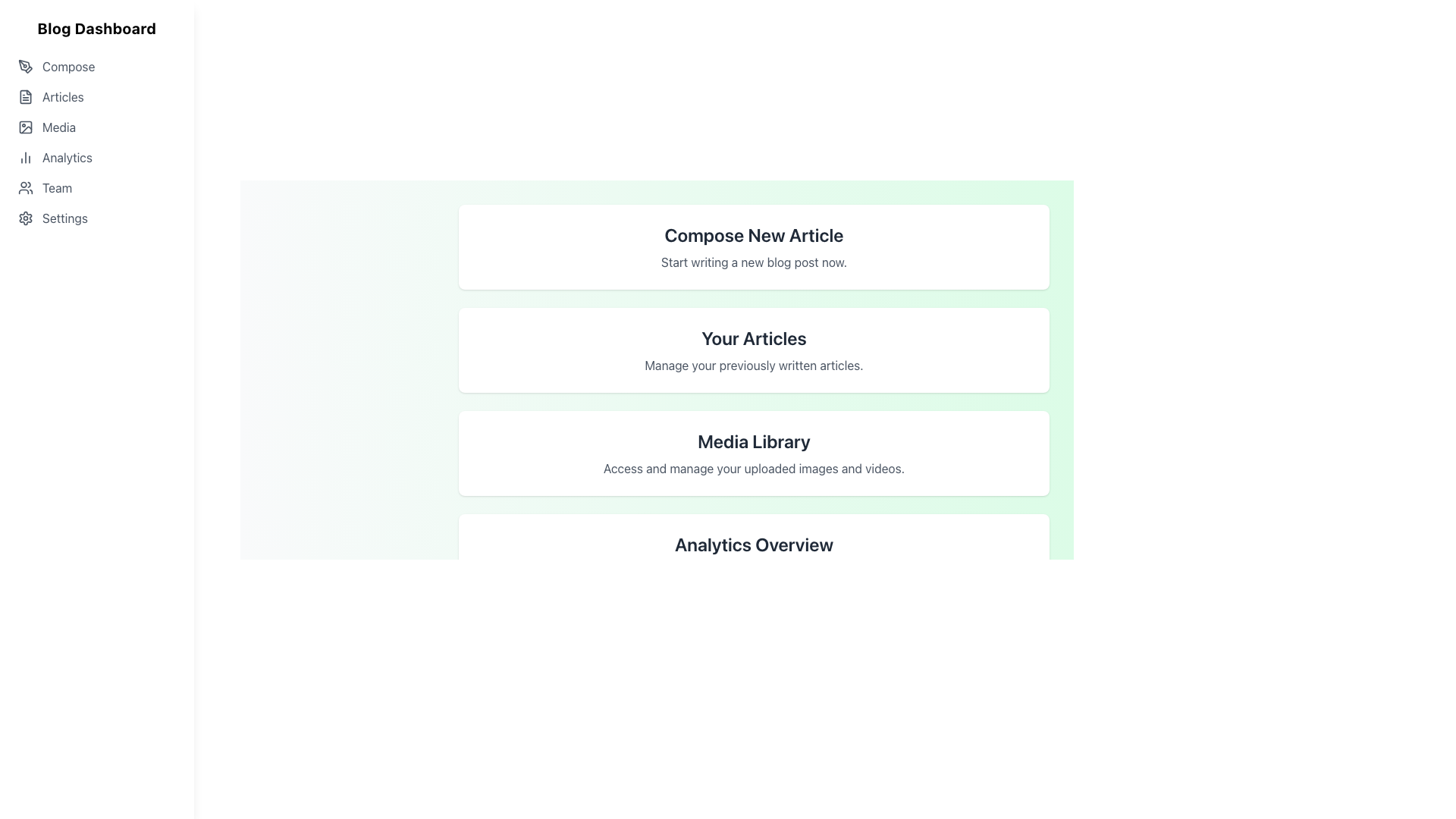  Describe the element at coordinates (754, 467) in the screenshot. I see `the static text description providing a brief explanation of the 'Media Library' section, located directly beneath the heading 'Media Library' in the third section of a vertically stacked layout` at that location.